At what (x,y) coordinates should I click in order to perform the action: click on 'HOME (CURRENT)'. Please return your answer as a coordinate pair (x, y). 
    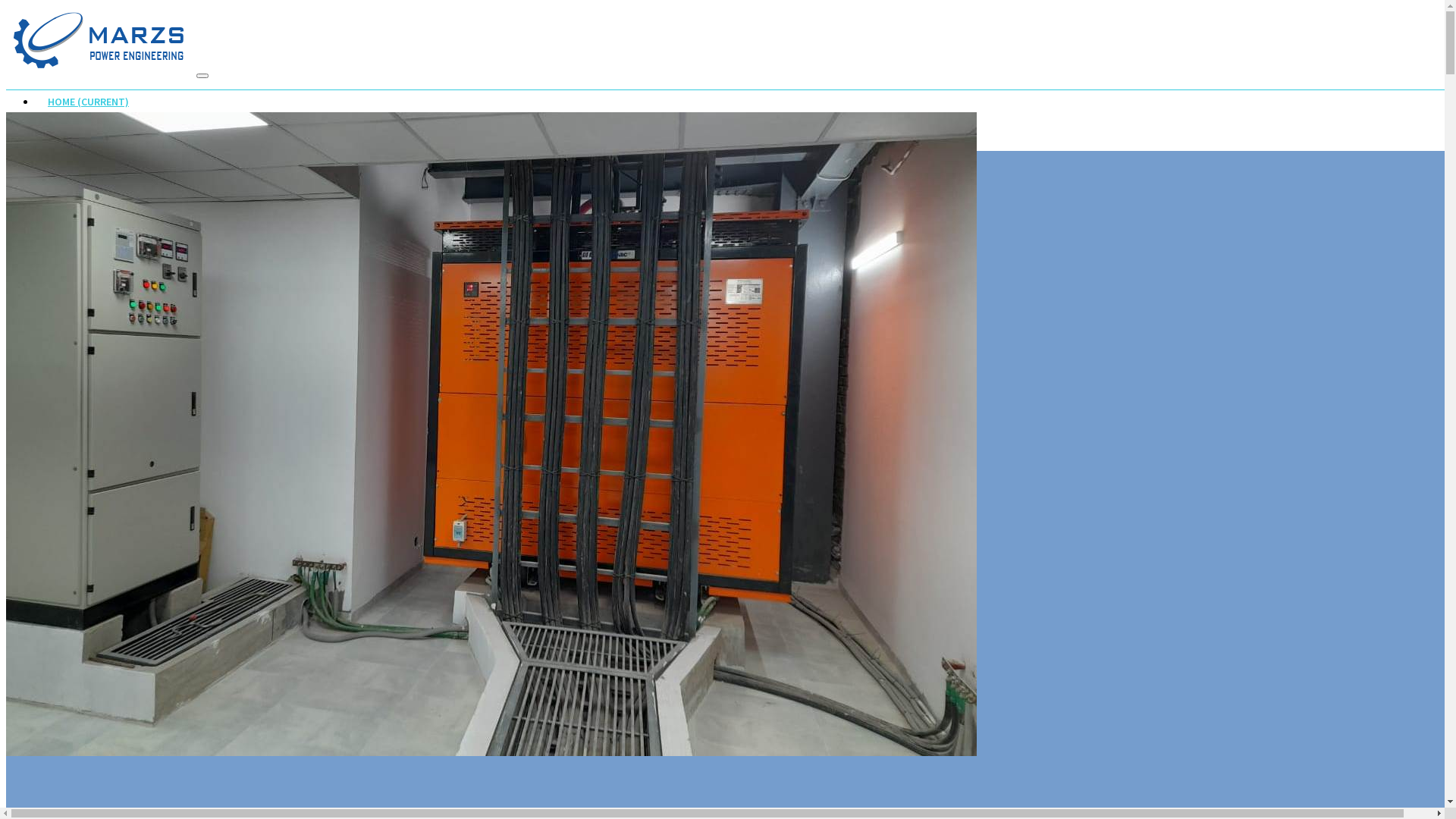
    Looking at the image, I should click on (87, 102).